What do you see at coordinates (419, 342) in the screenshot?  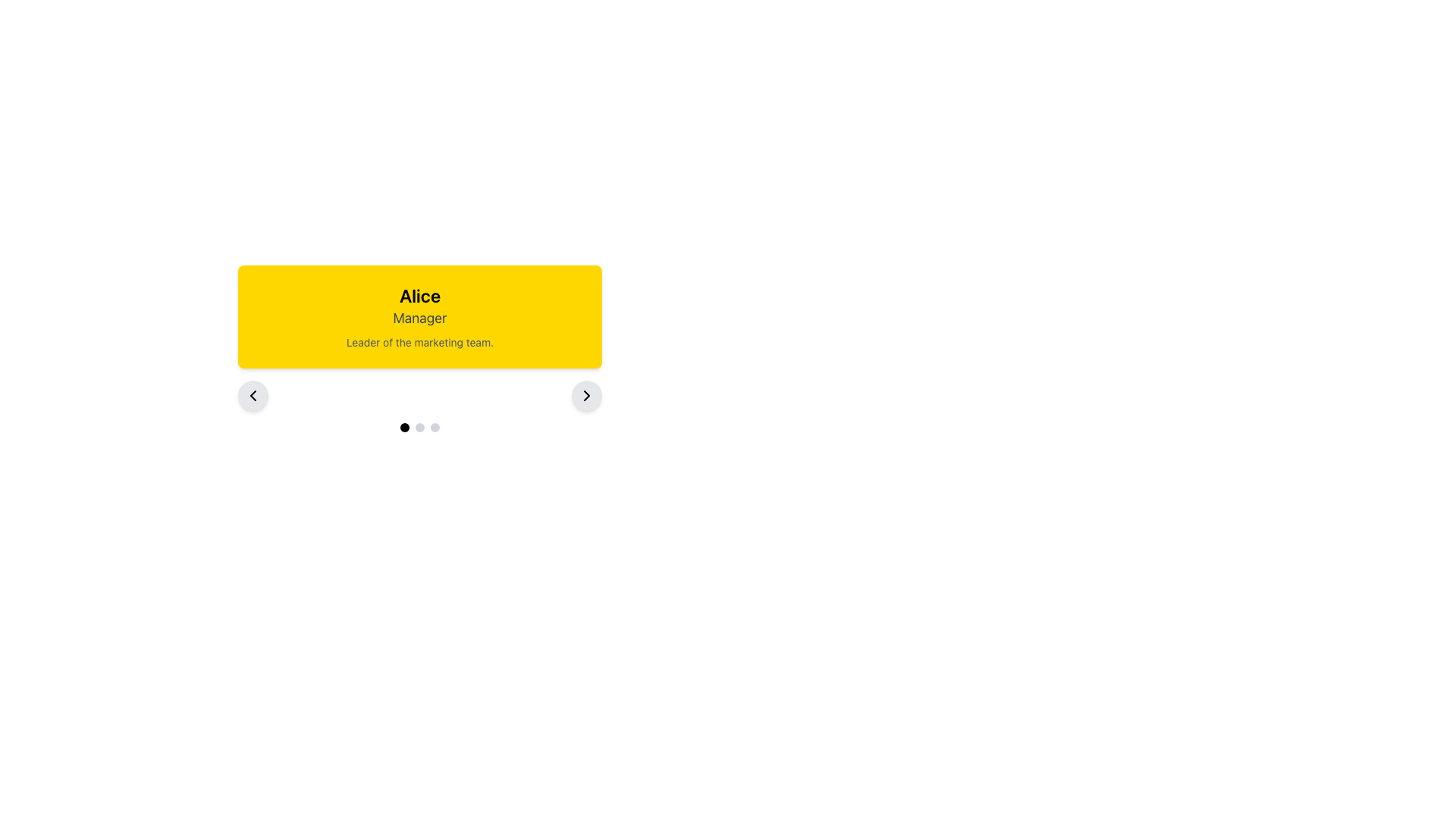 I see `the text element displaying 'Leader of the marketing team.' which is styled in a small gray font on a prominent yellow background` at bounding box center [419, 342].